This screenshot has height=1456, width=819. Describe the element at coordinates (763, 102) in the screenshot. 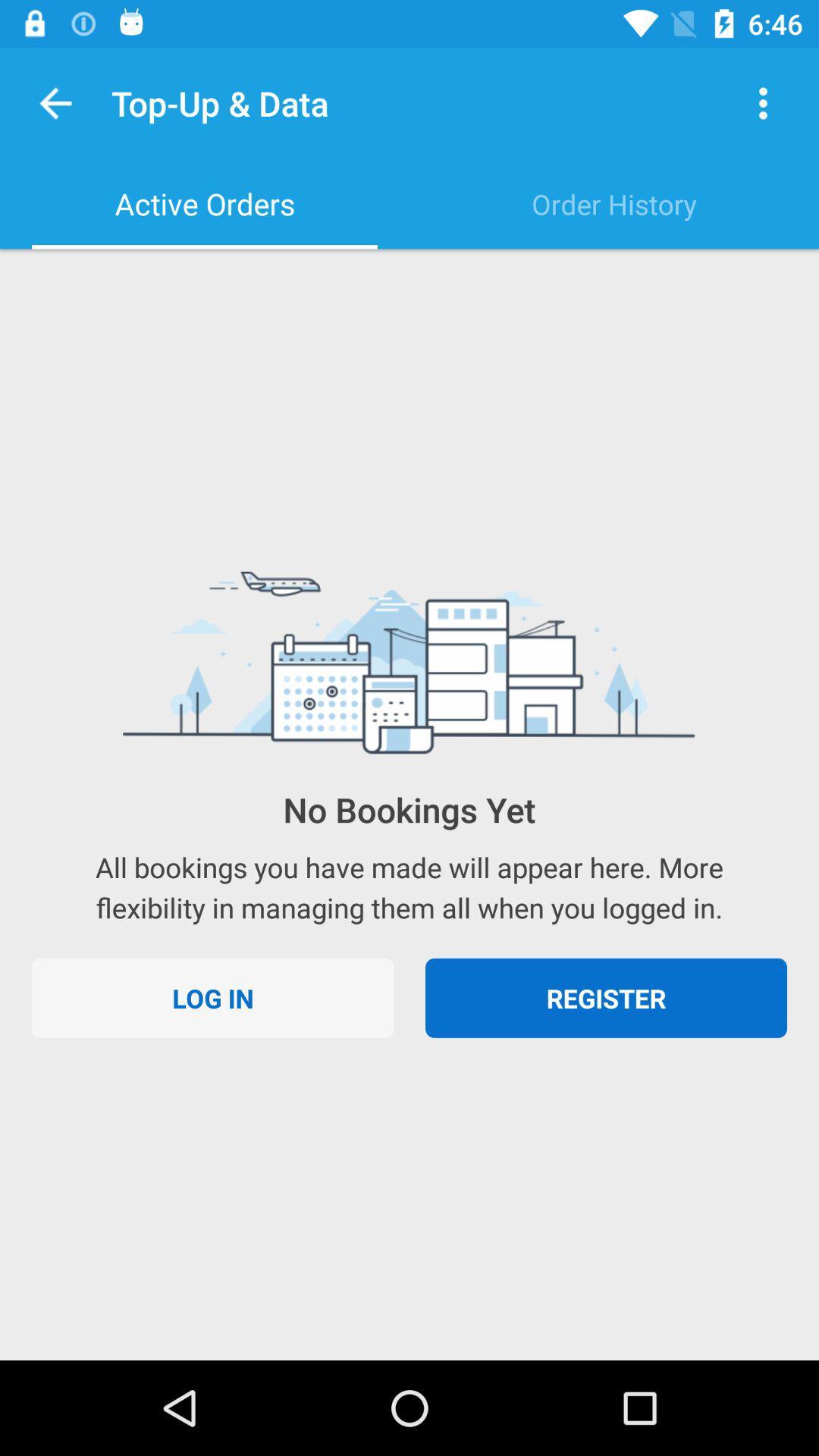

I see `more options` at that location.